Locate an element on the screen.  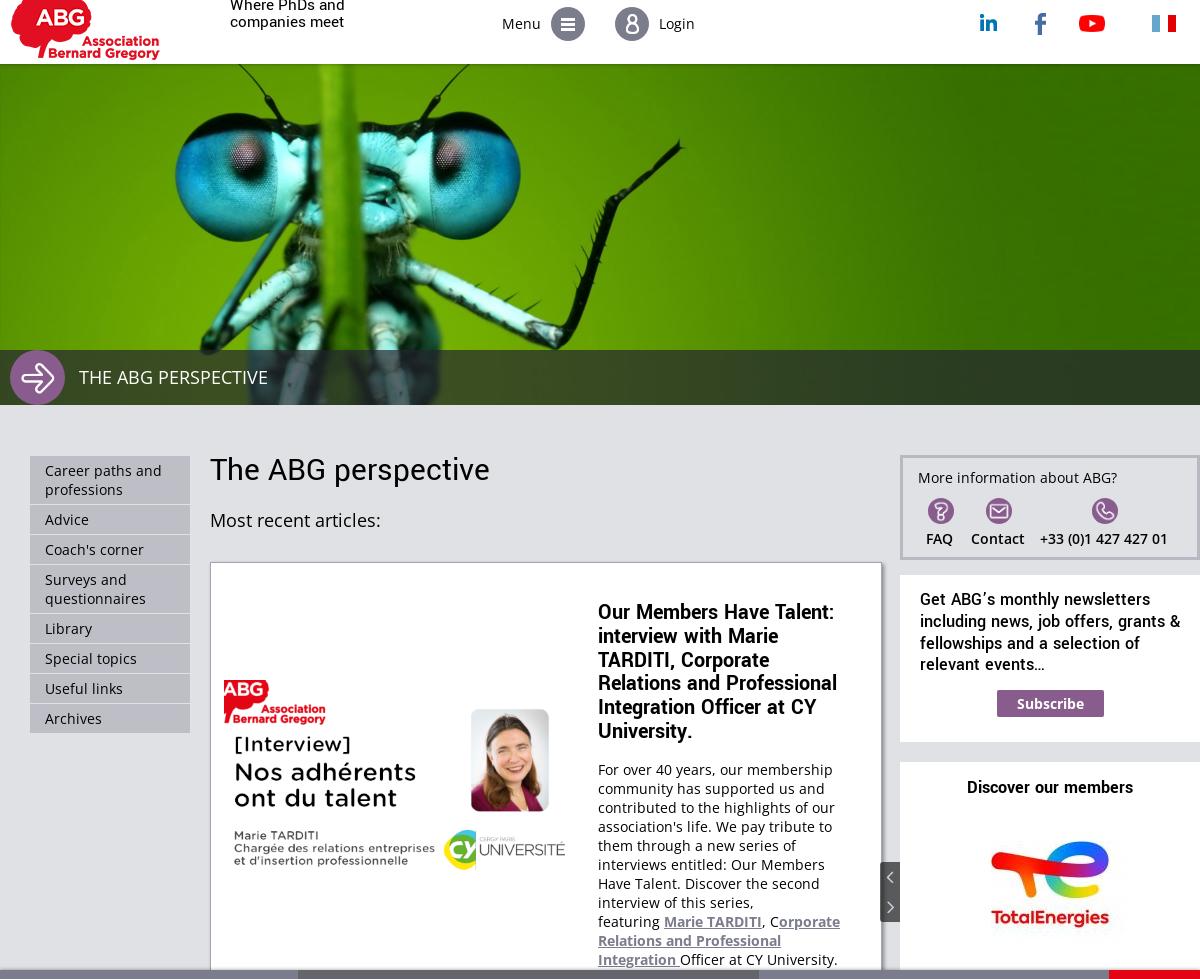
'FAQ' is located at coordinates (939, 537).